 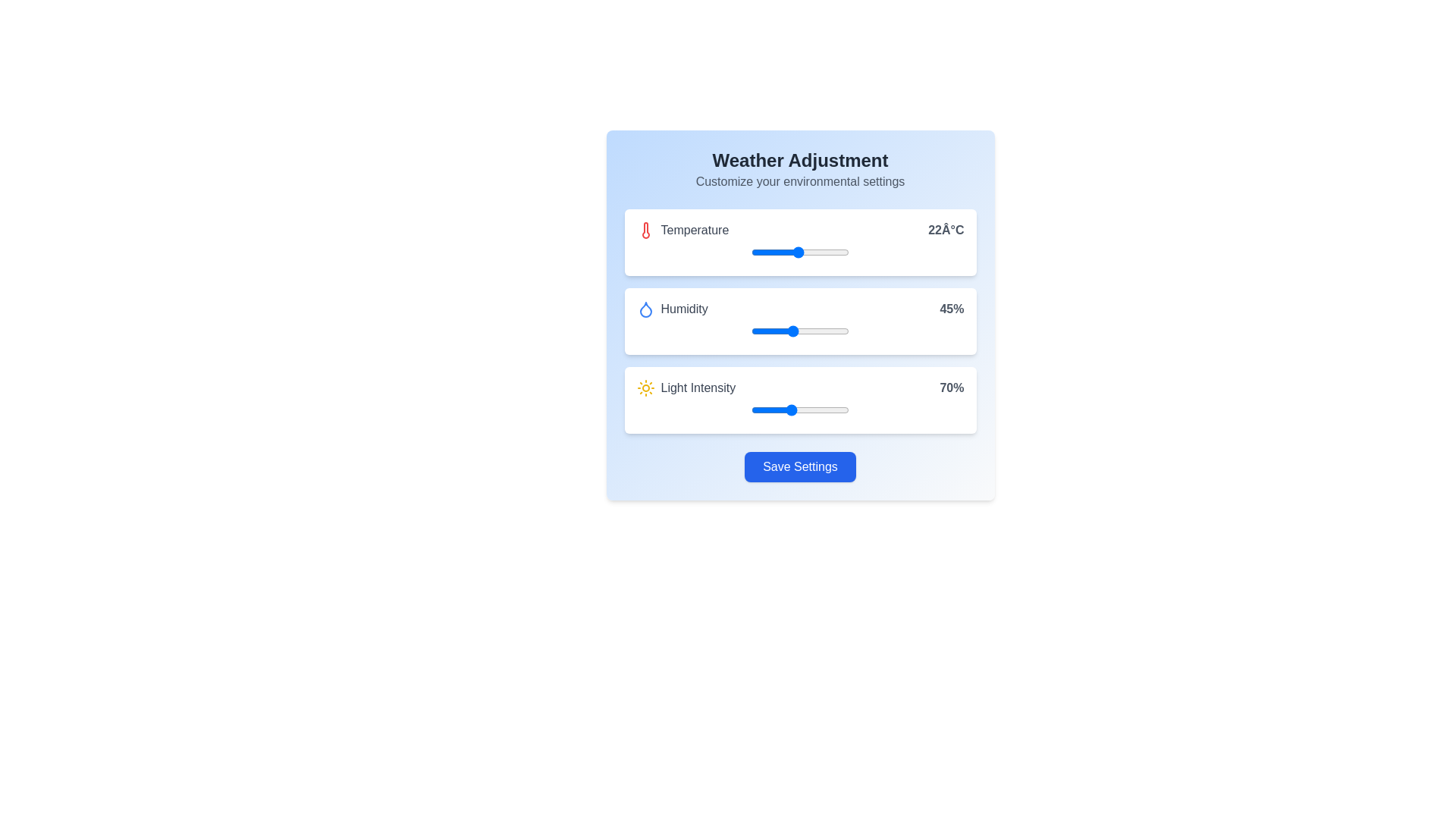 I want to click on the 'Temperature' label with icon, which features a gray medium-bold text and a red thermometer icon, so click(x=682, y=231).